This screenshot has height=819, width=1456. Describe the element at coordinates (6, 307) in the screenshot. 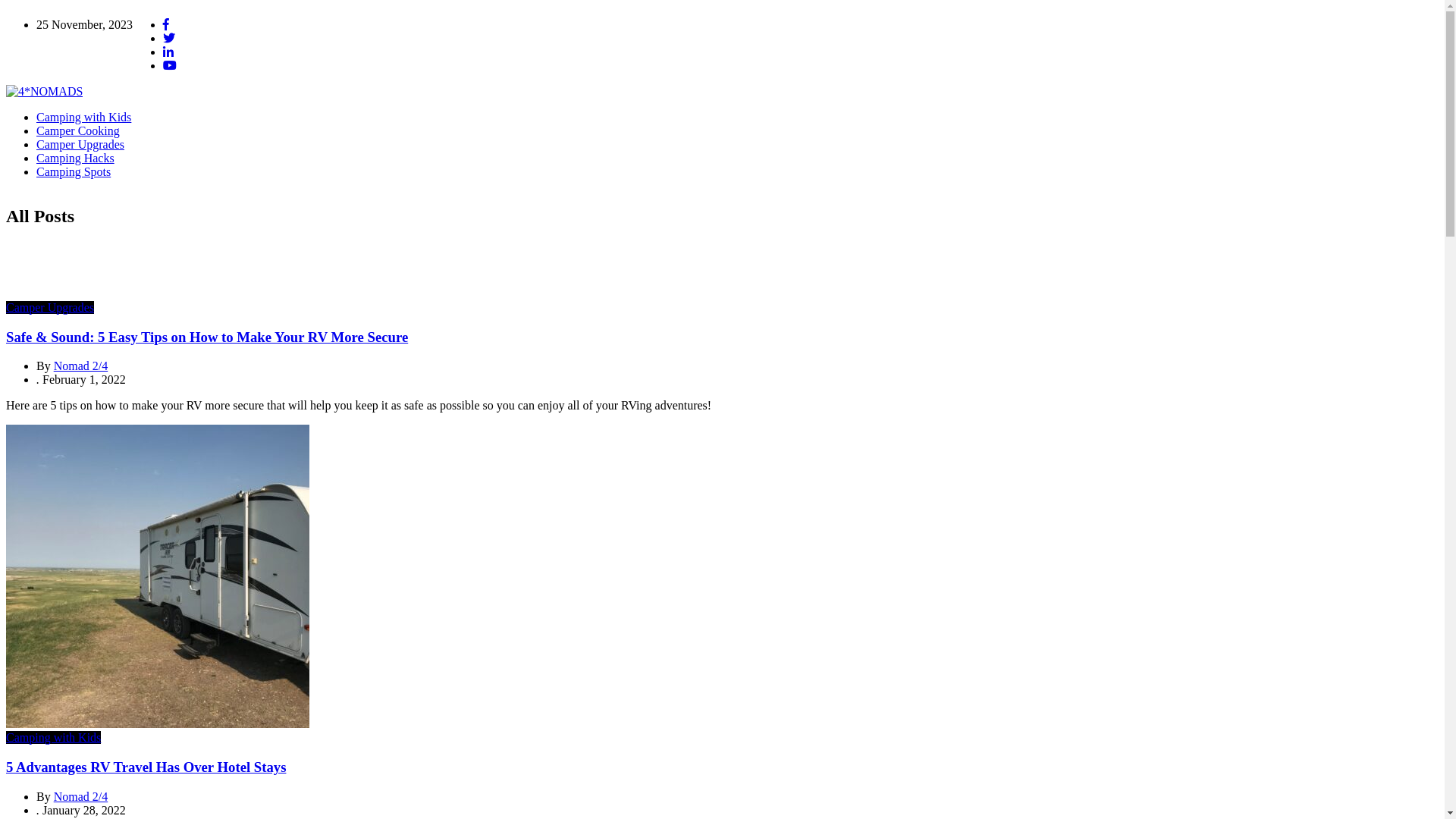

I see `'Camper Upgrades'` at that location.